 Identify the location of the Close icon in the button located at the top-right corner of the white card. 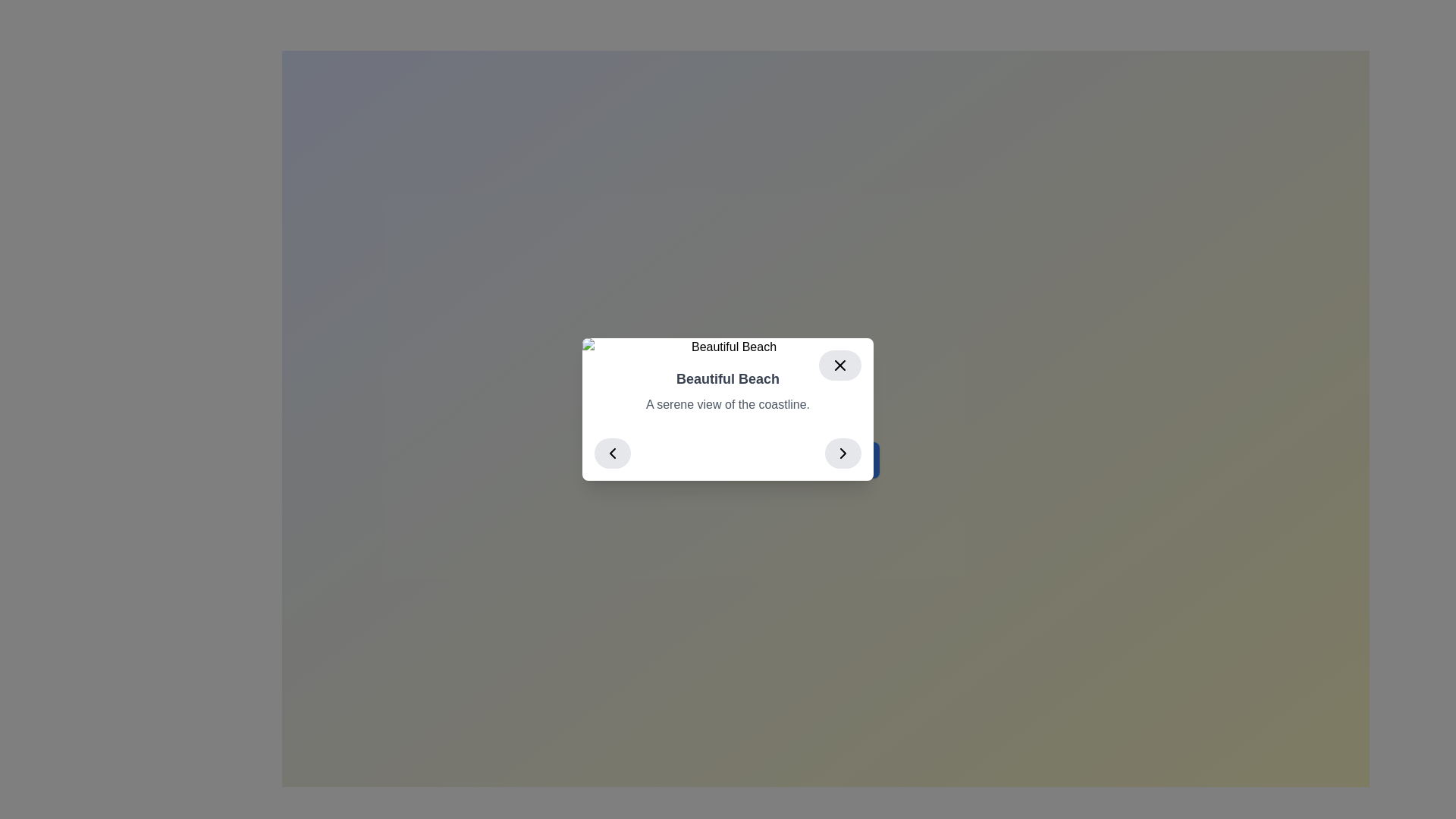
(839, 366).